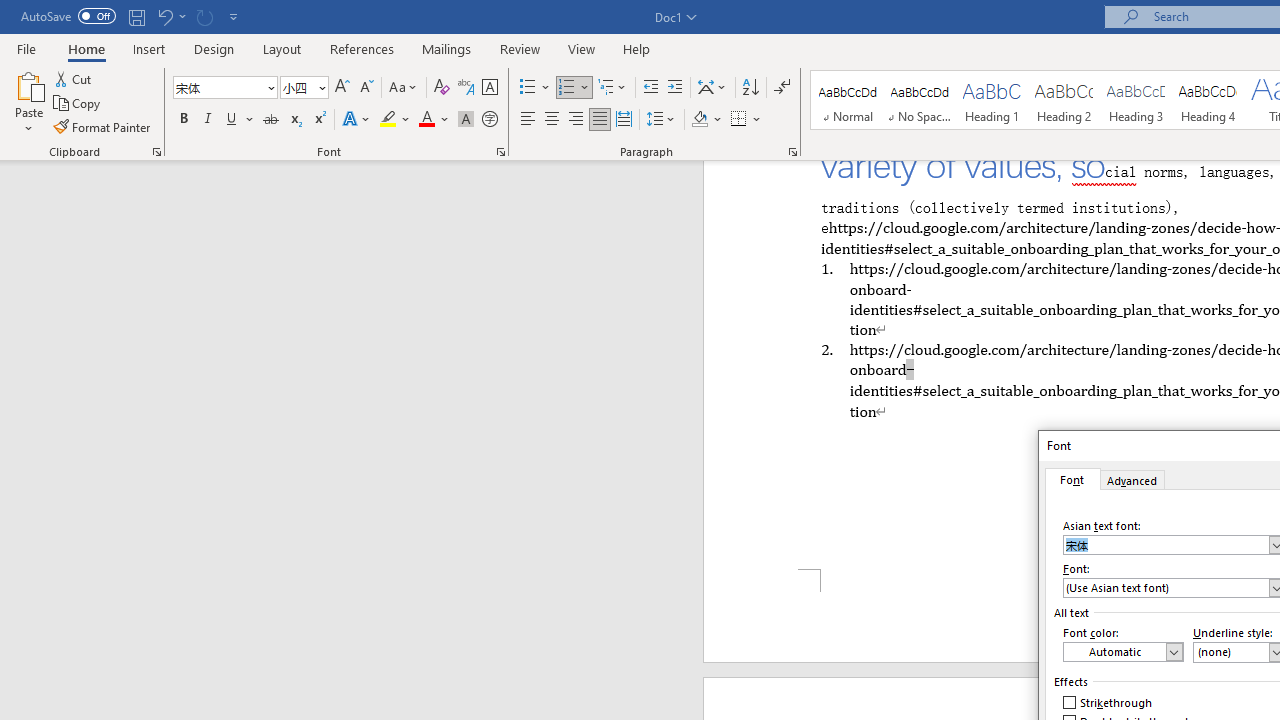 Image resolution: width=1280 pixels, height=720 pixels. Describe the element at coordinates (1123, 651) in the screenshot. I see `'Font Color (Automatic)'` at that location.